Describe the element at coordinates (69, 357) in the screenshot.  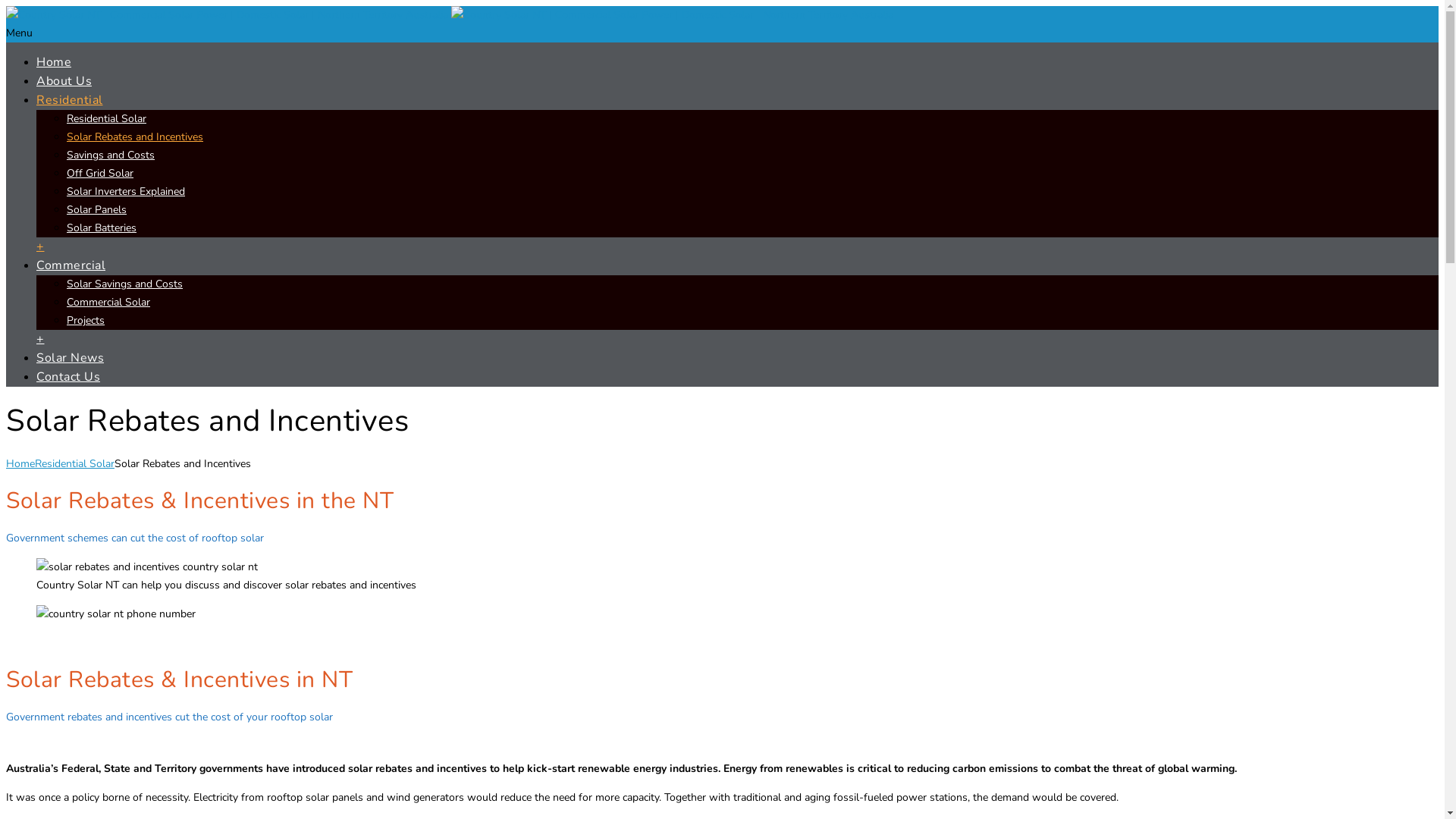
I see `'Solar News'` at that location.